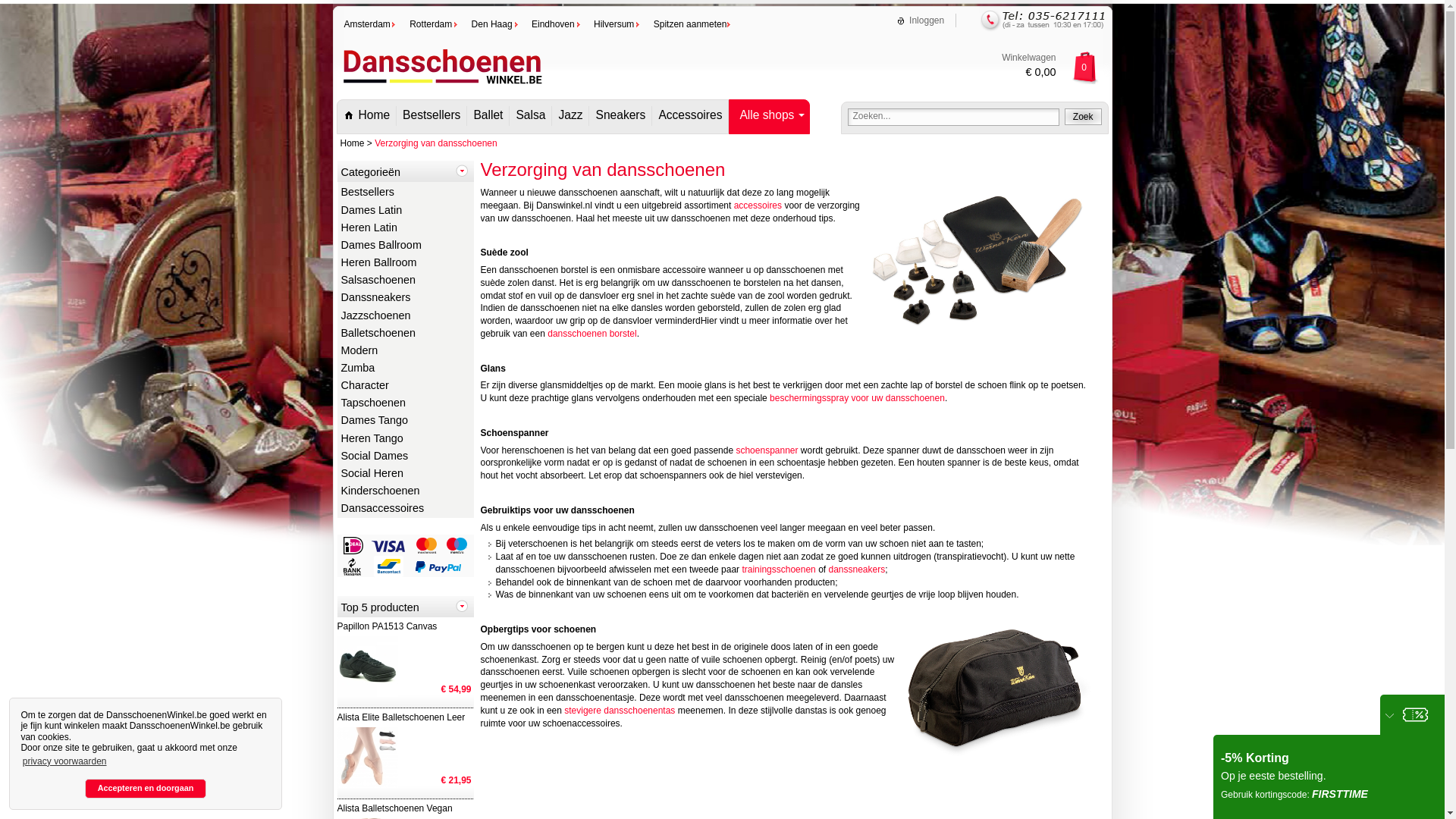 The image size is (1456, 819). What do you see at coordinates (404, 228) in the screenshot?
I see `'Heren Latin'` at bounding box center [404, 228].